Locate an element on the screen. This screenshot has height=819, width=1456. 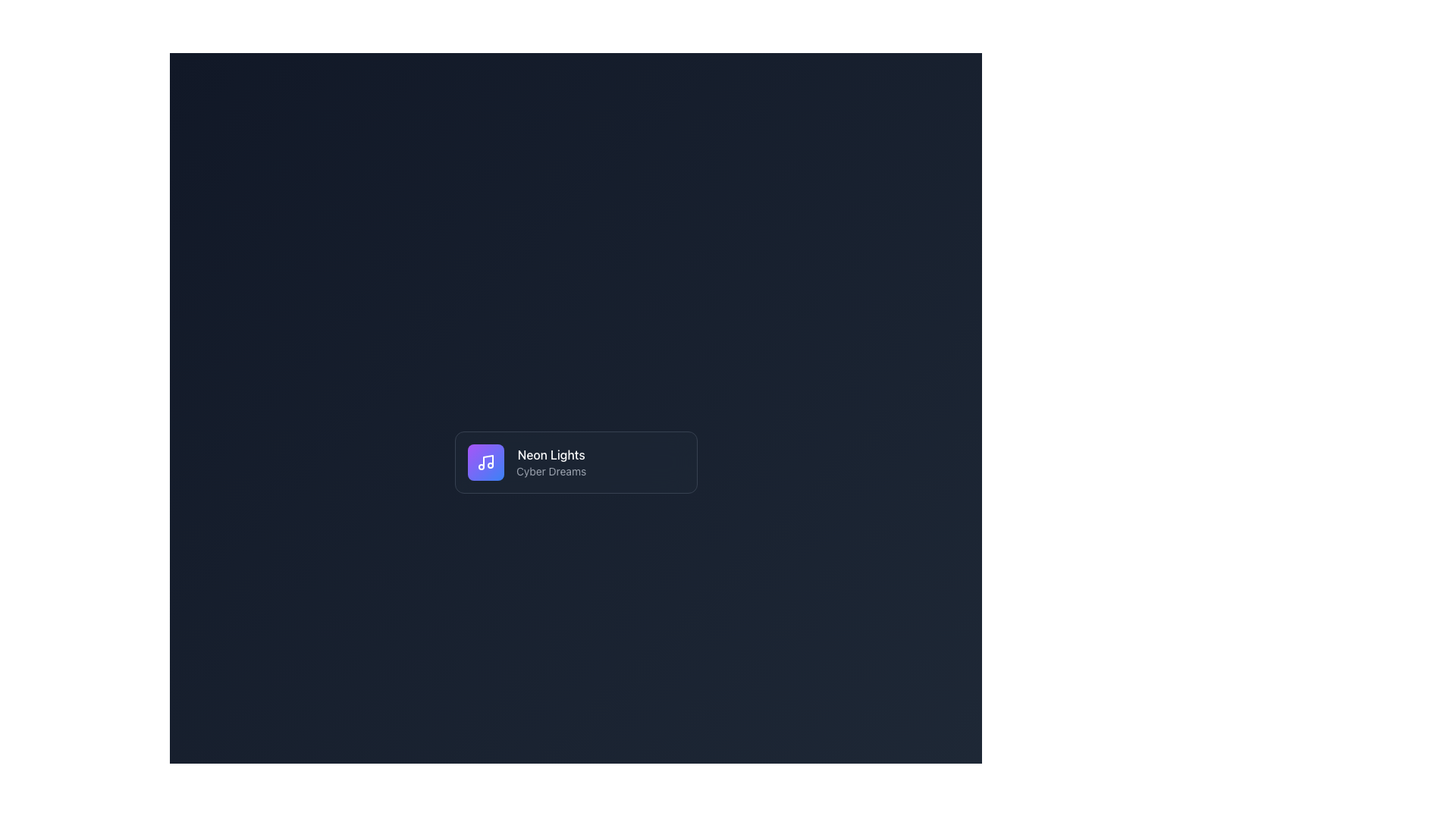
the text label displaying 'Neon Lights' which is styled in white color and positioned above the subtitle 'Cyber Dreams' is located at coordinates (550, 454).